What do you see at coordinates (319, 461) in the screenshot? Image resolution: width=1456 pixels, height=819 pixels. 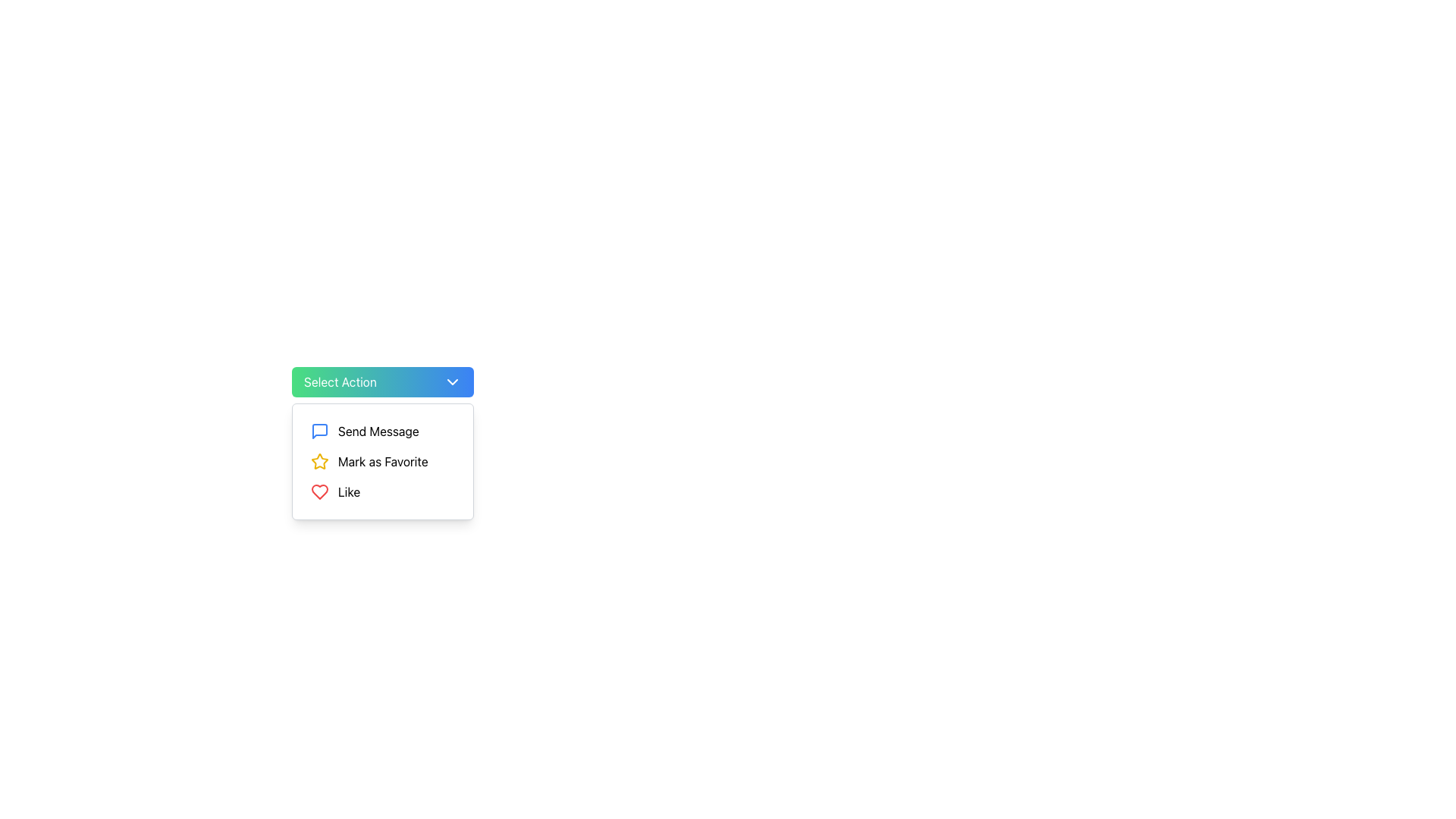 I see `the yellow star-shaped icon associated with the 'Mark as Favorite' text in the dropdown menu` at bounding box center [319, 461].